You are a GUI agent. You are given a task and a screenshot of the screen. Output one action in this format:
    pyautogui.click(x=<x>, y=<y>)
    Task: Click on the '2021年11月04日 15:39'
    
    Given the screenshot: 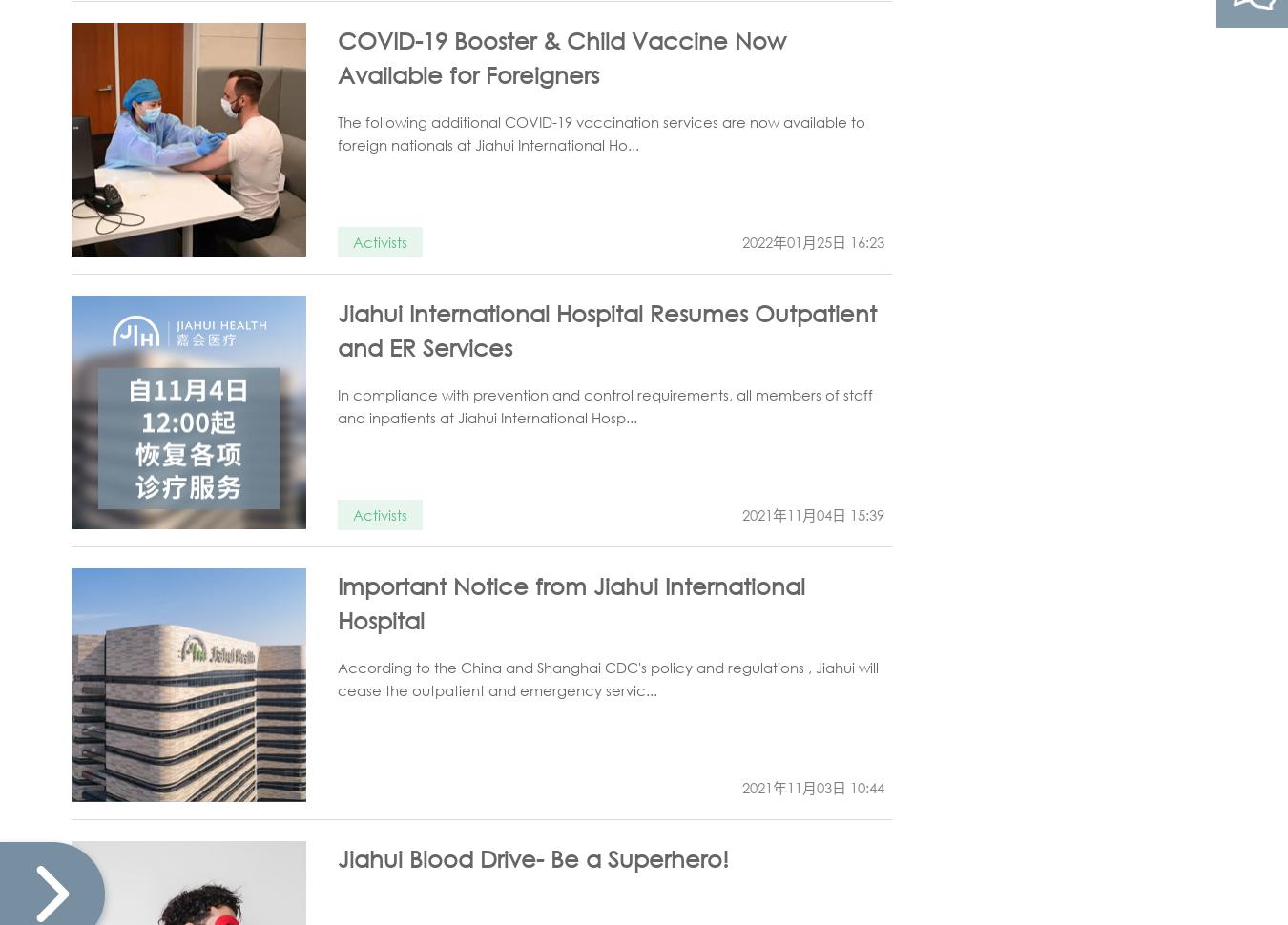 What is the action you would take?
    pyautogui.click(x=813, y=513)
    